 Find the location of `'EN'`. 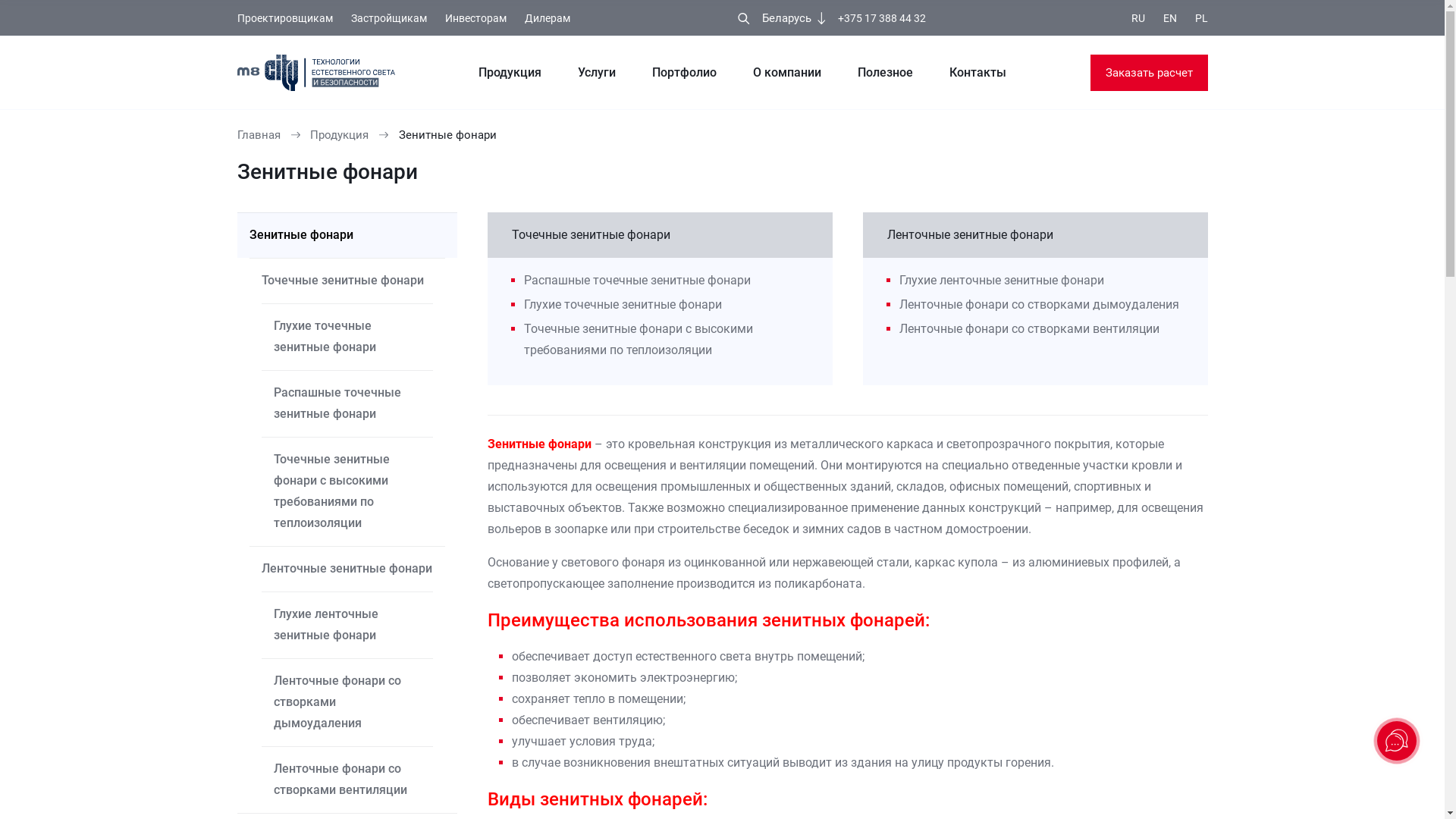

'EN' is located at coordinates (1163, 18).